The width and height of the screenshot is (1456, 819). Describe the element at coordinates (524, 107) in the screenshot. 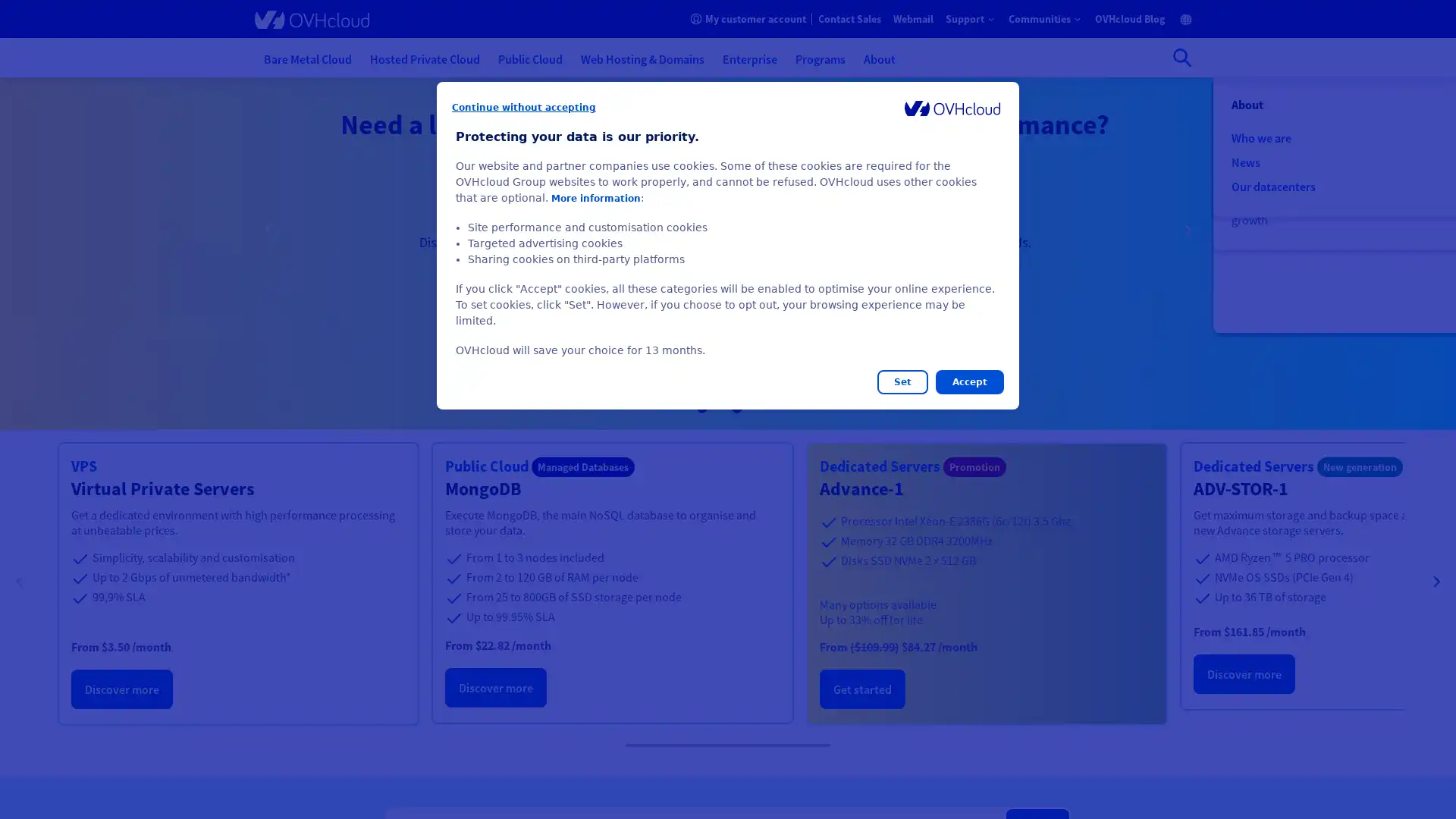

I see `Continue without accepting` at that location.